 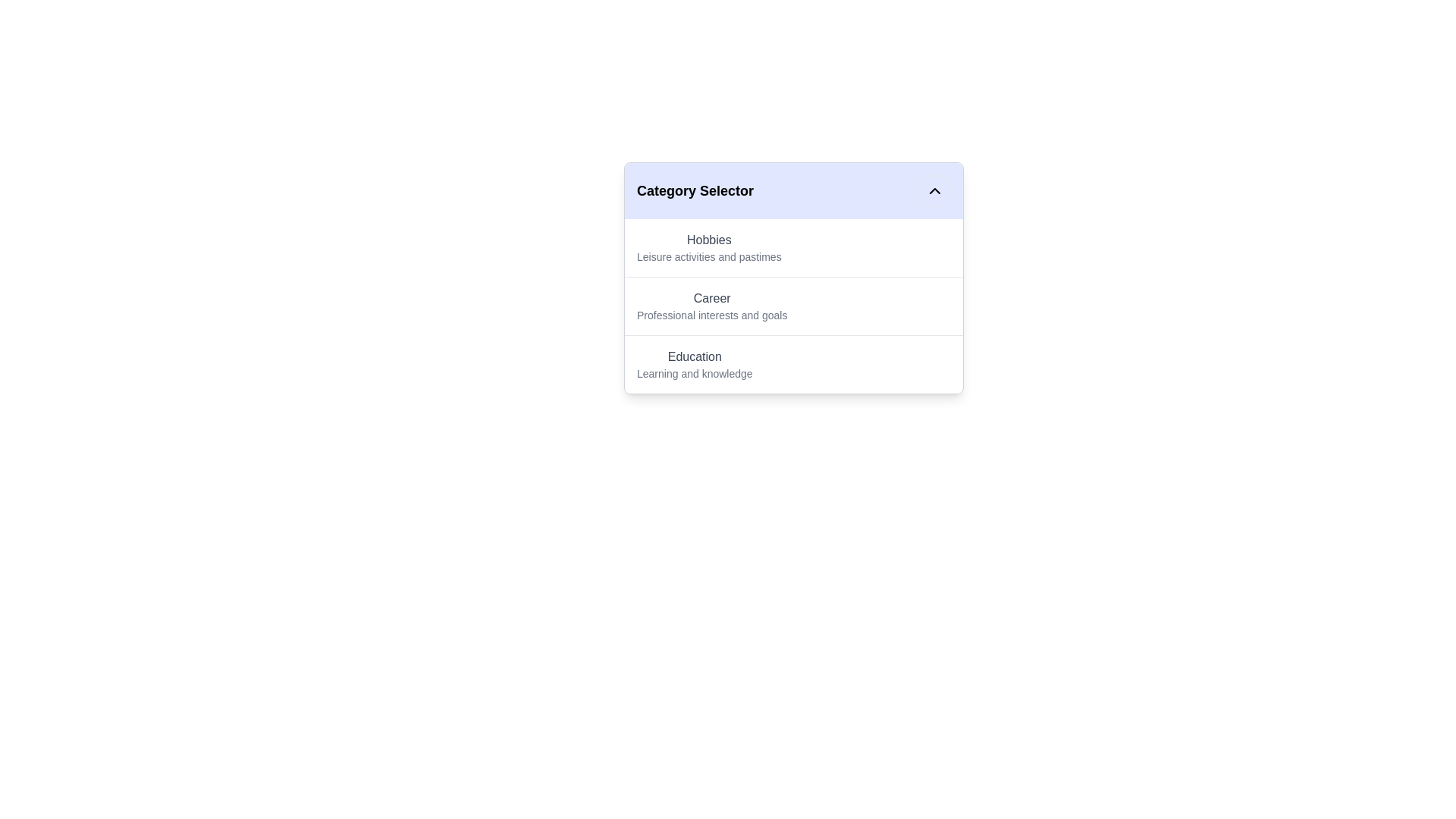 What do you see at coordinates (708, 256) in the screenshot?
I see `the text label reading 'Leisure activities and pastimes', which is styled in a small gray font and positioned directly below the 'Hobbies' title` at bounding box center [708, 256].